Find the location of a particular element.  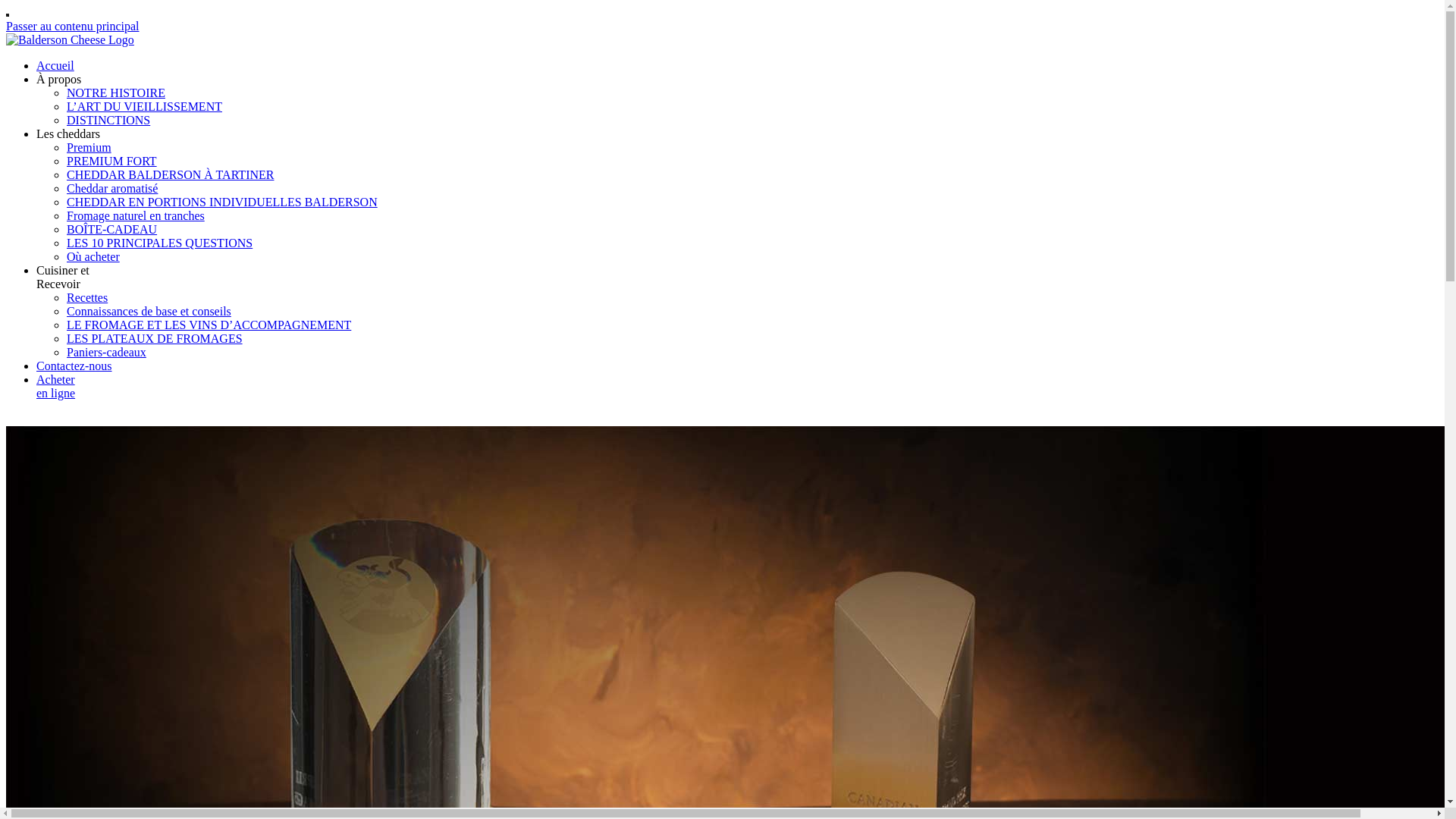

'Premium' is located at coordinates (88, 147).